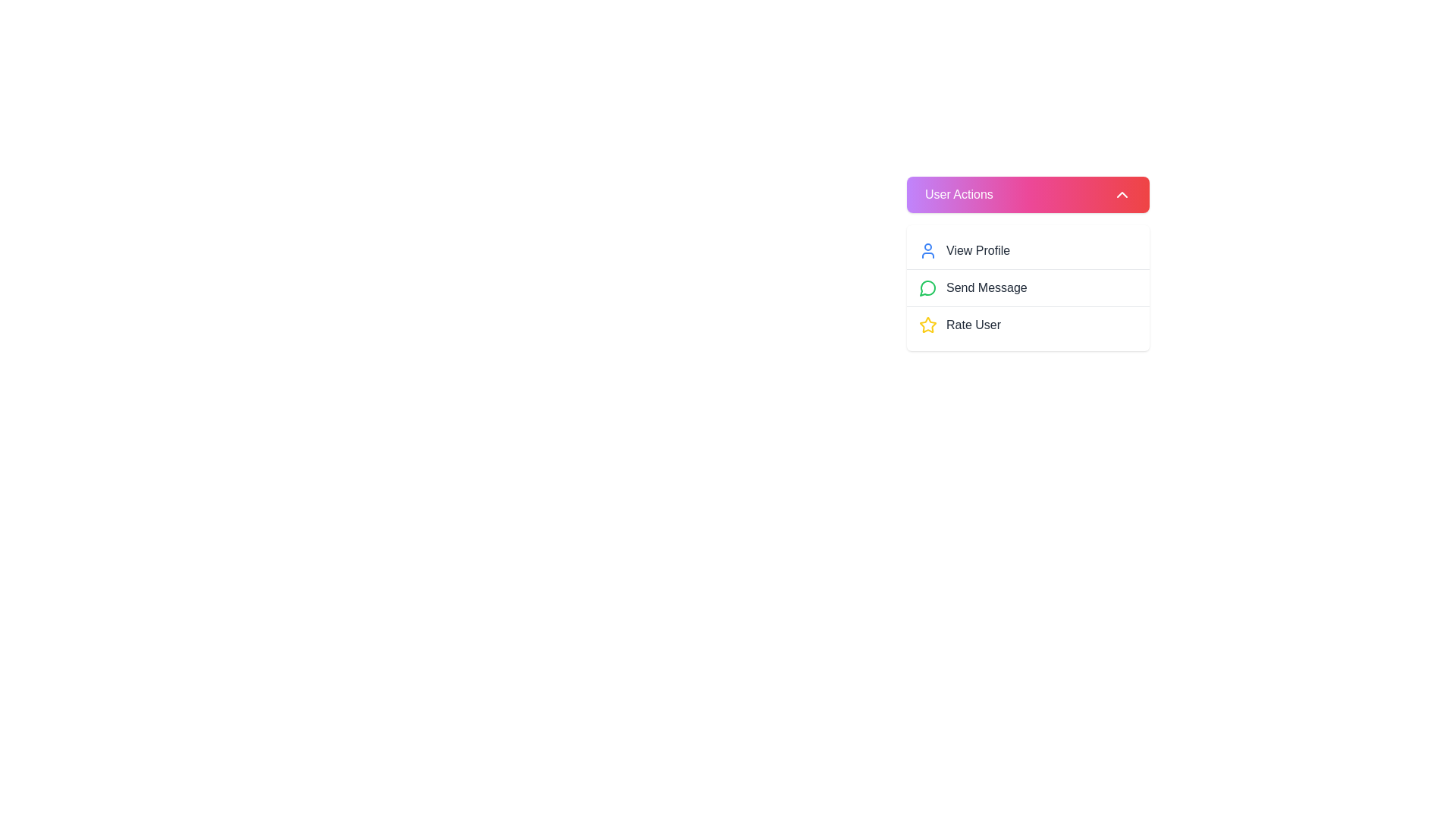 The height and width of the screenshot is (819, 1456). What do you see at coordinates (927, 288) in the screenshot?
I see `the send message icon located in the second row under the 'User Actions' header, which is positioned to the left of the 'Send Message' text in the dropdown menu` at bounding box center [927, 288].